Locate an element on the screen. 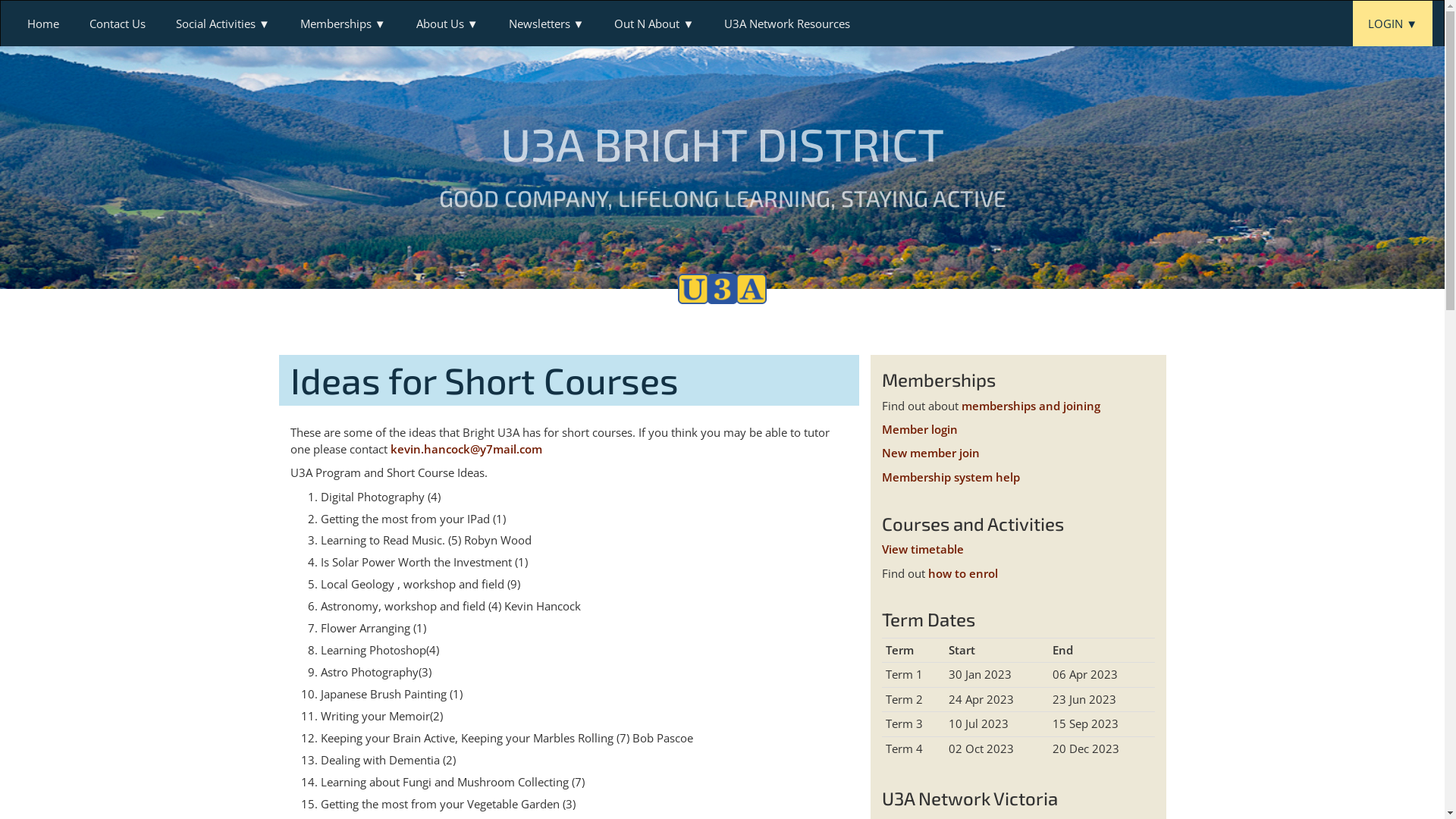  'Memberships' is located at coordinates (342, 23).